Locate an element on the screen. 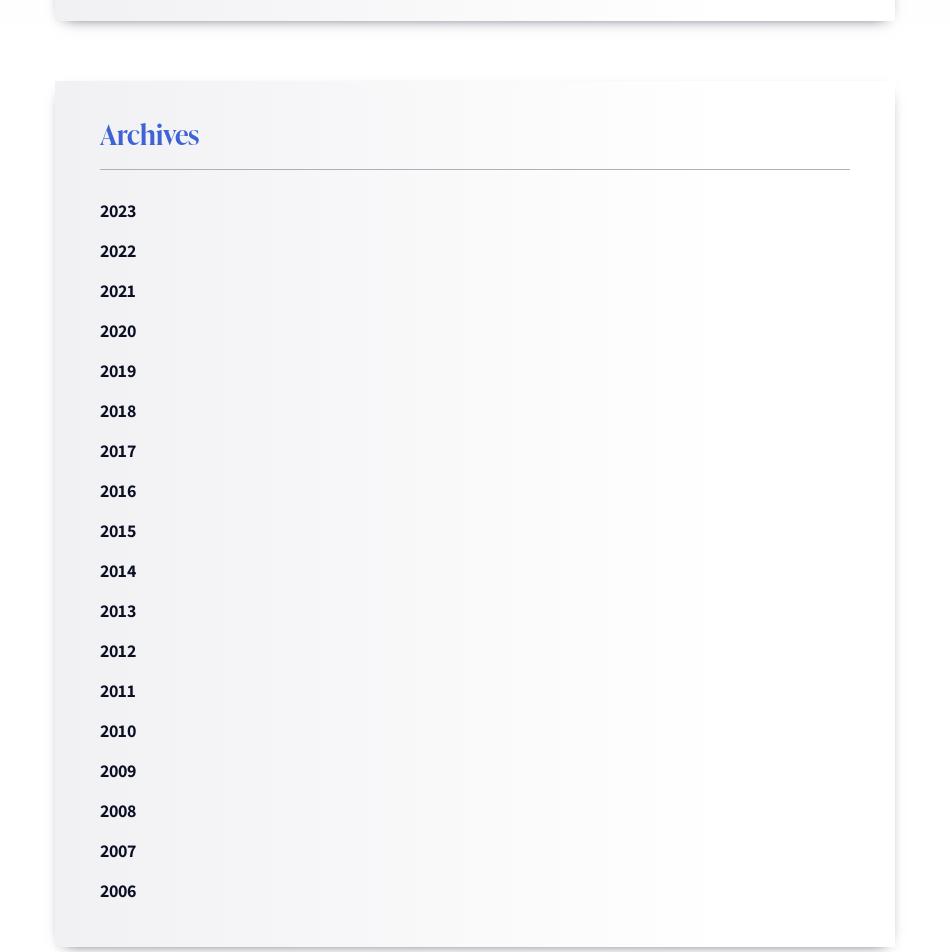 Image resolution: width=950 pixels, height=952 pixels. '2010' is located at coordinates (117, 730).